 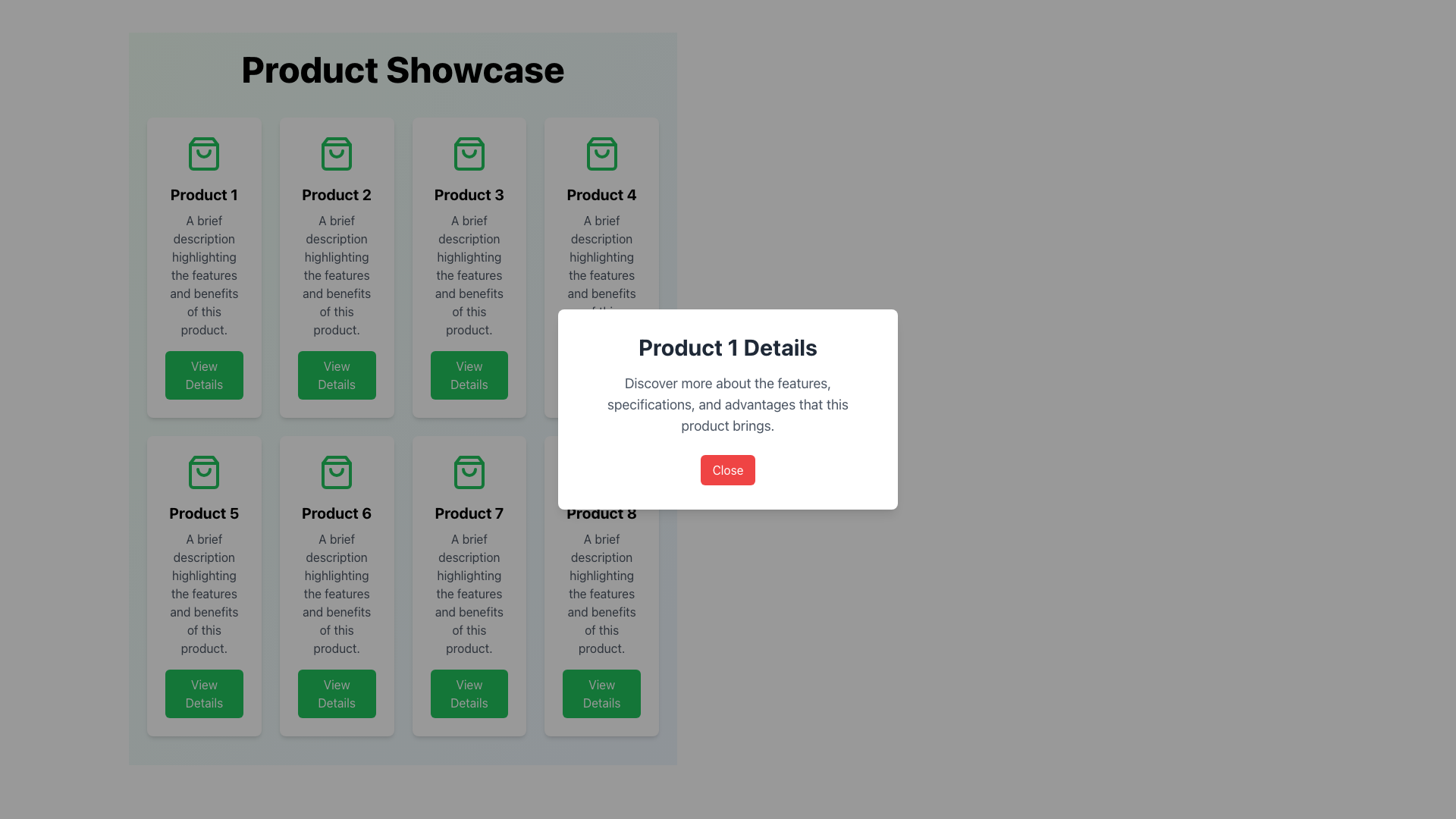 I want to click on the shopping bag icon located at the top center of the 'Product 1' card, so click(x=203, y=154).